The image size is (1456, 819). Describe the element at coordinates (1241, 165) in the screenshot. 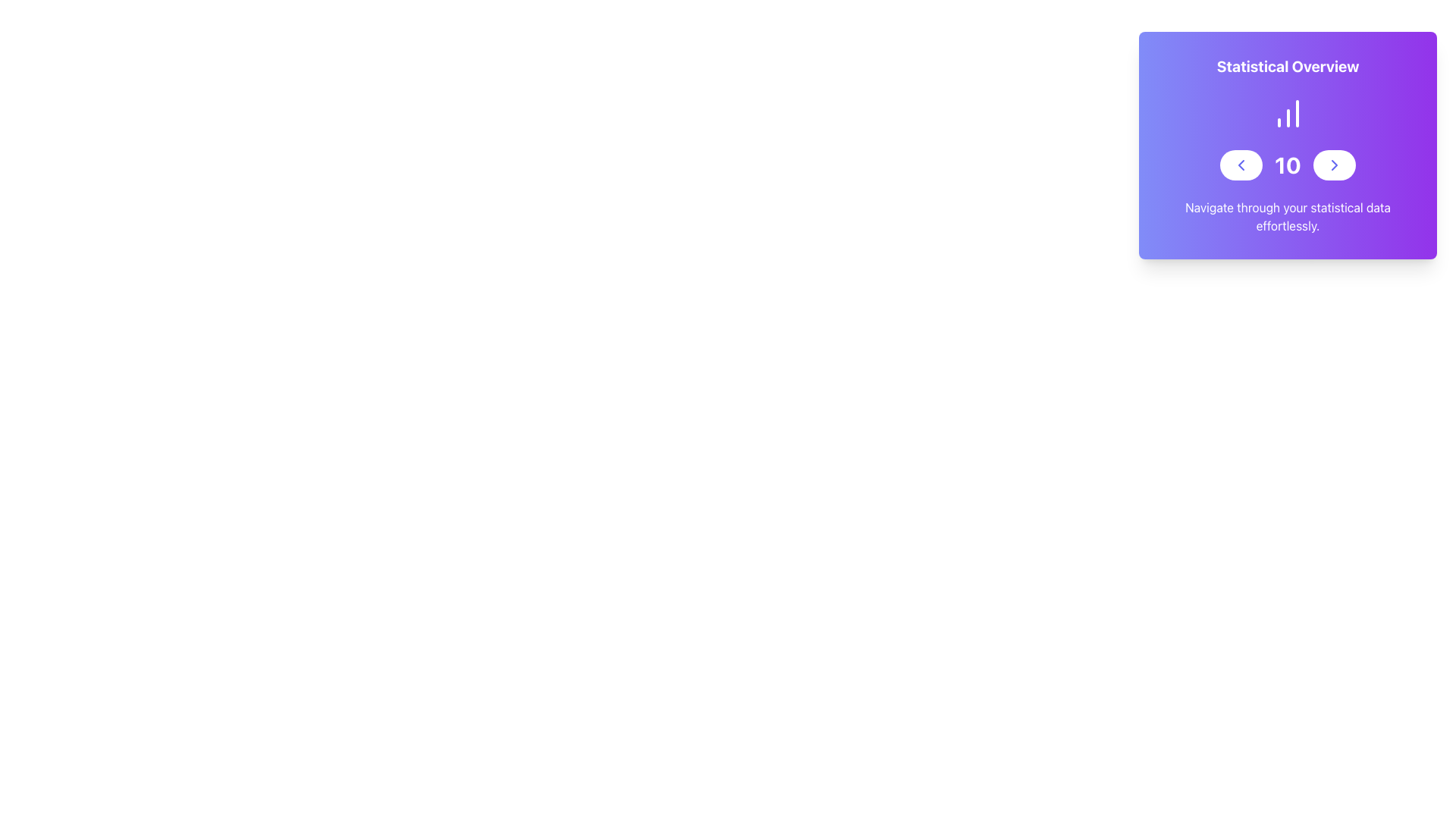

I see `the leftward-pointing chevron arrow icon within the navigation button on the left side of the 'Statistical Overview' card` at that location.